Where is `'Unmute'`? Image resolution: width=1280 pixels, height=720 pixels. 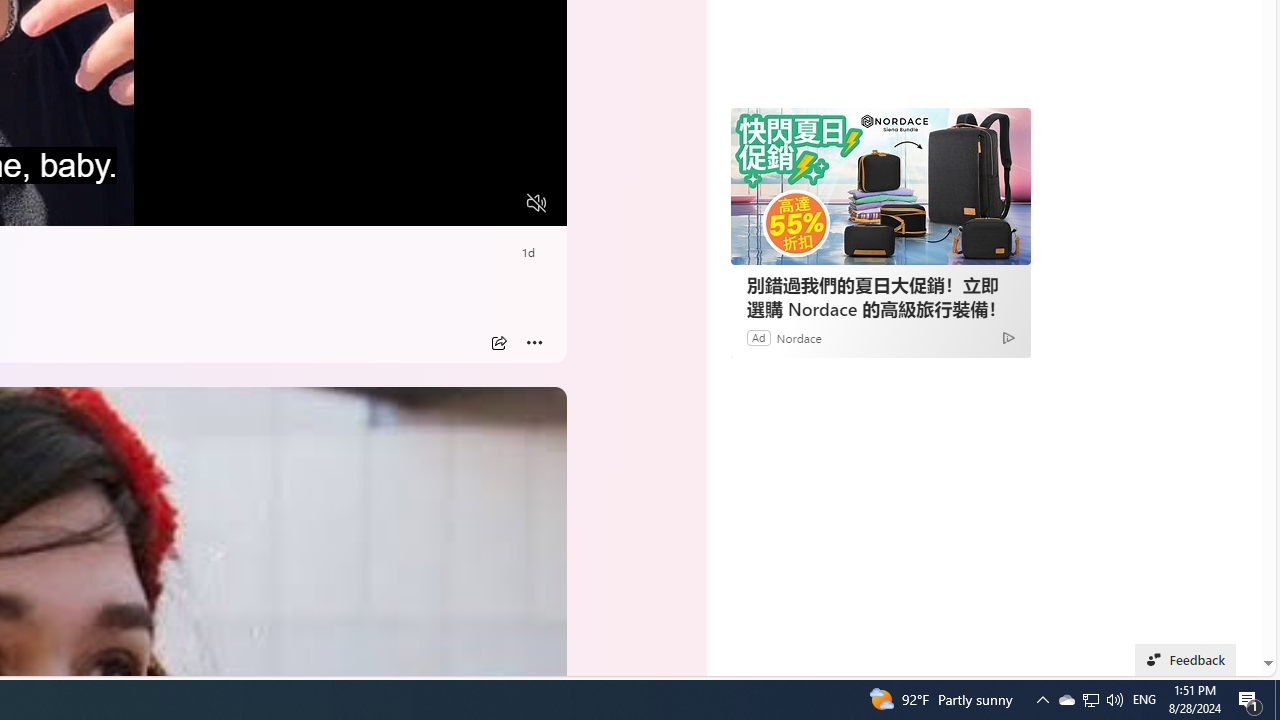
'Unmute' is located at coordinates (536, 203).